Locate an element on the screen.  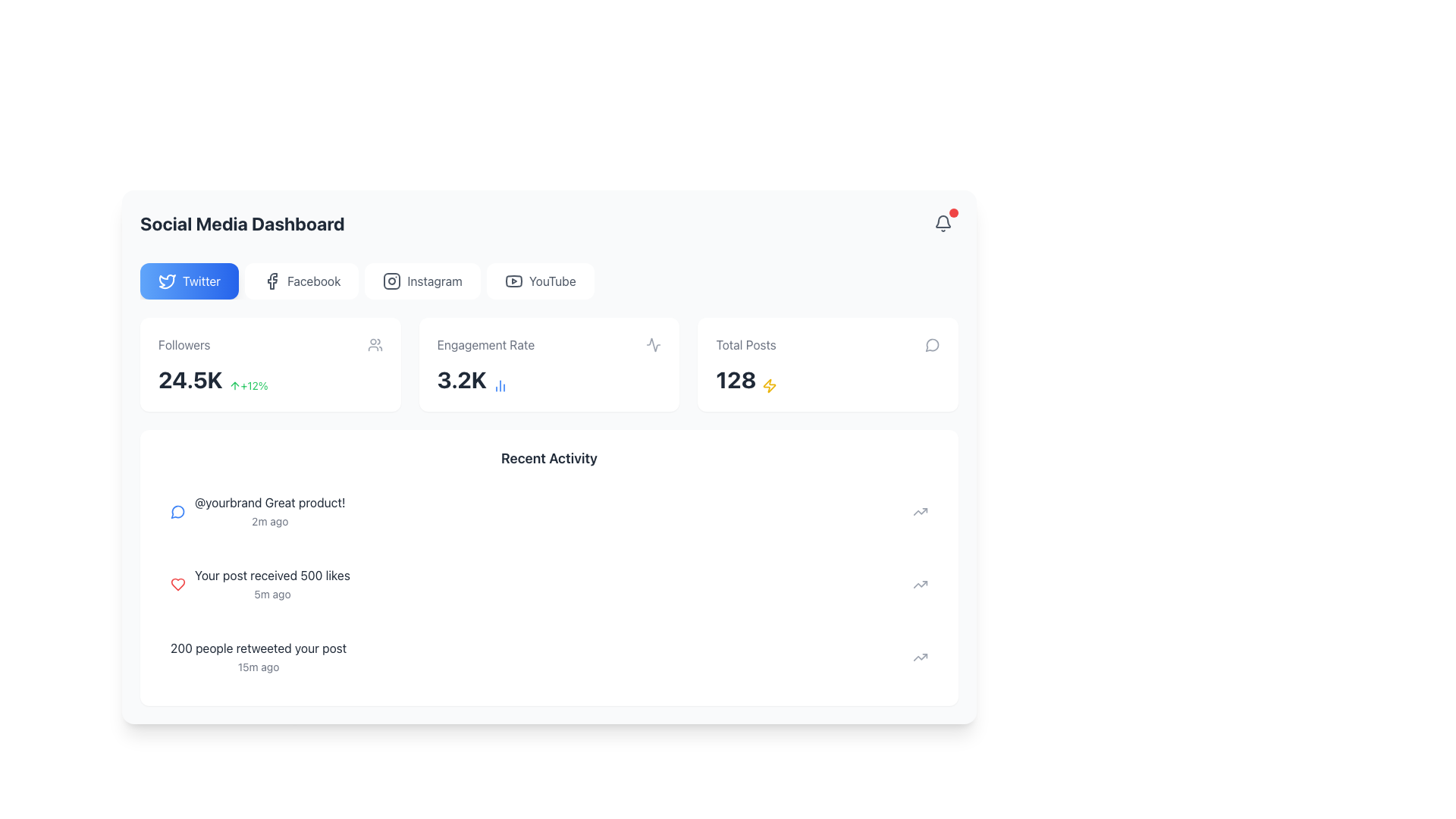
the Instagram button, which features a gray Instagram logo and the text 'Instagram' on a white background, located between the Facebook and YouTube buttons is located at coordinates (422, 281).